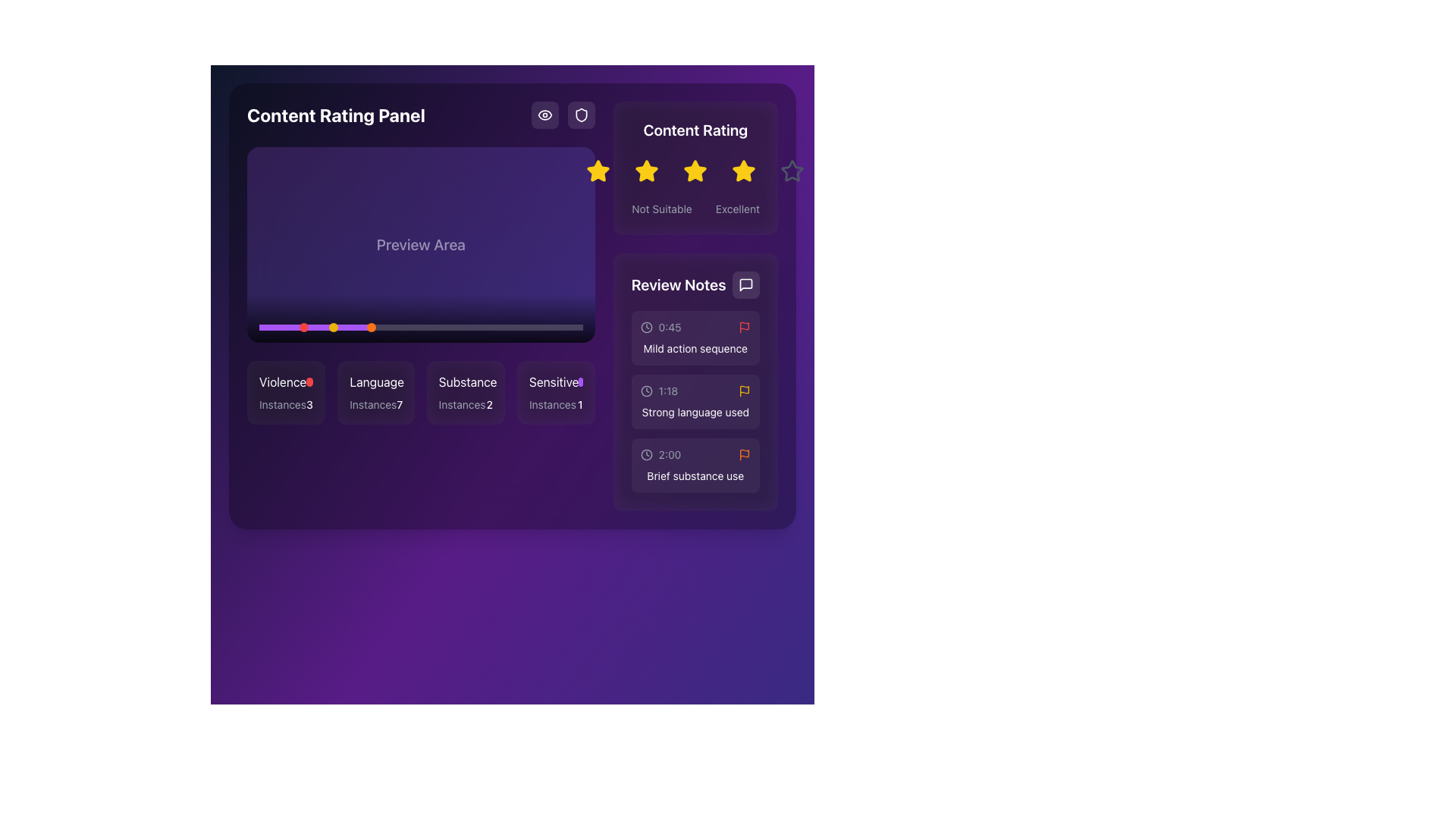 This screenshot has height=819, width=1456. I want to click on text content of the label displaying 'Content Rating Panel', which is styled with white, bold text in a large font size and is located within the header section of the interface, so click(421, 114).